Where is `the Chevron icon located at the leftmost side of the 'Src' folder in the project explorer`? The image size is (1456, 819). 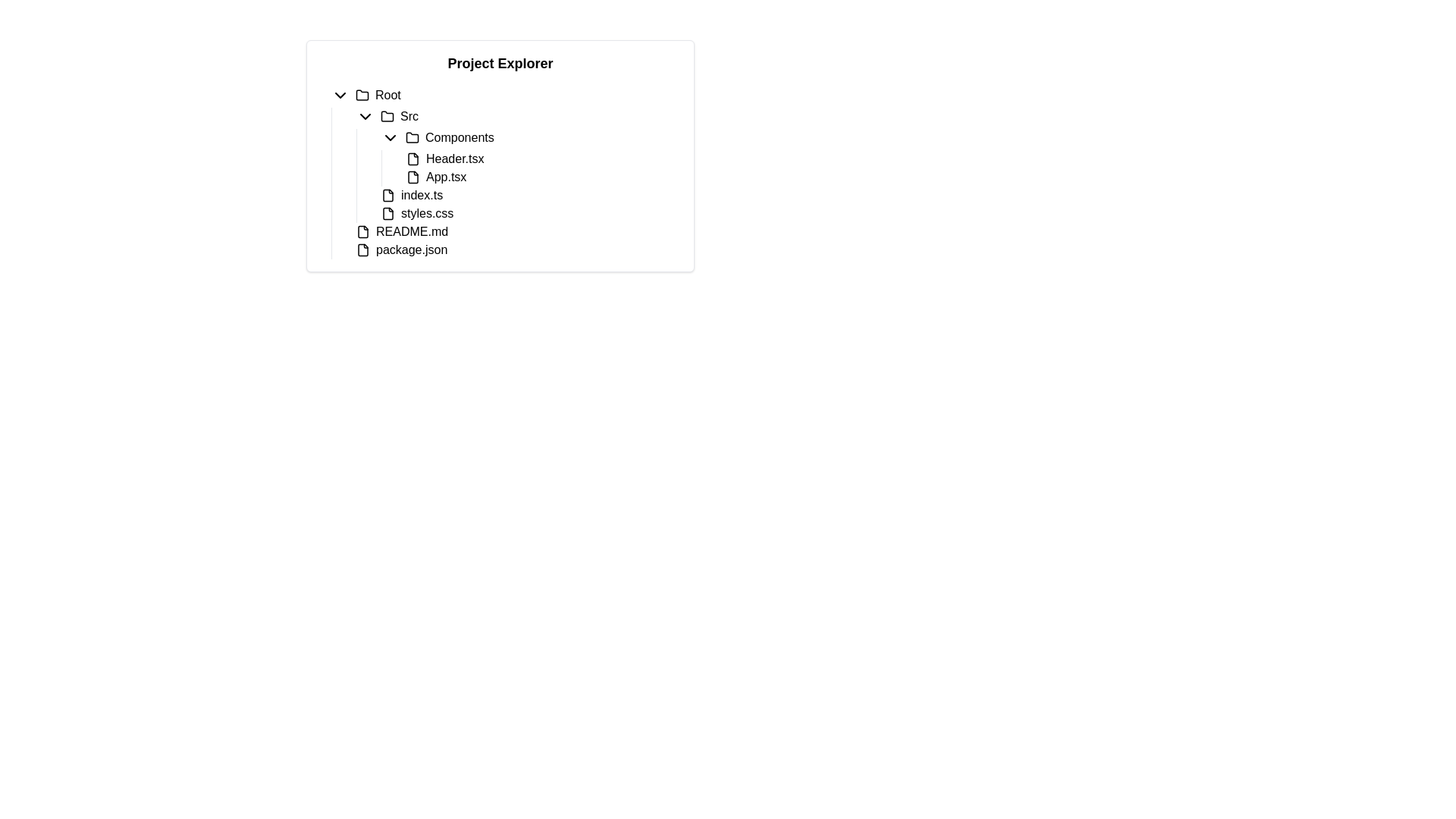 the Chevron icon located at the leftmost side of the 'Src' folder in the project explorer is located at coordinates (365, 116).